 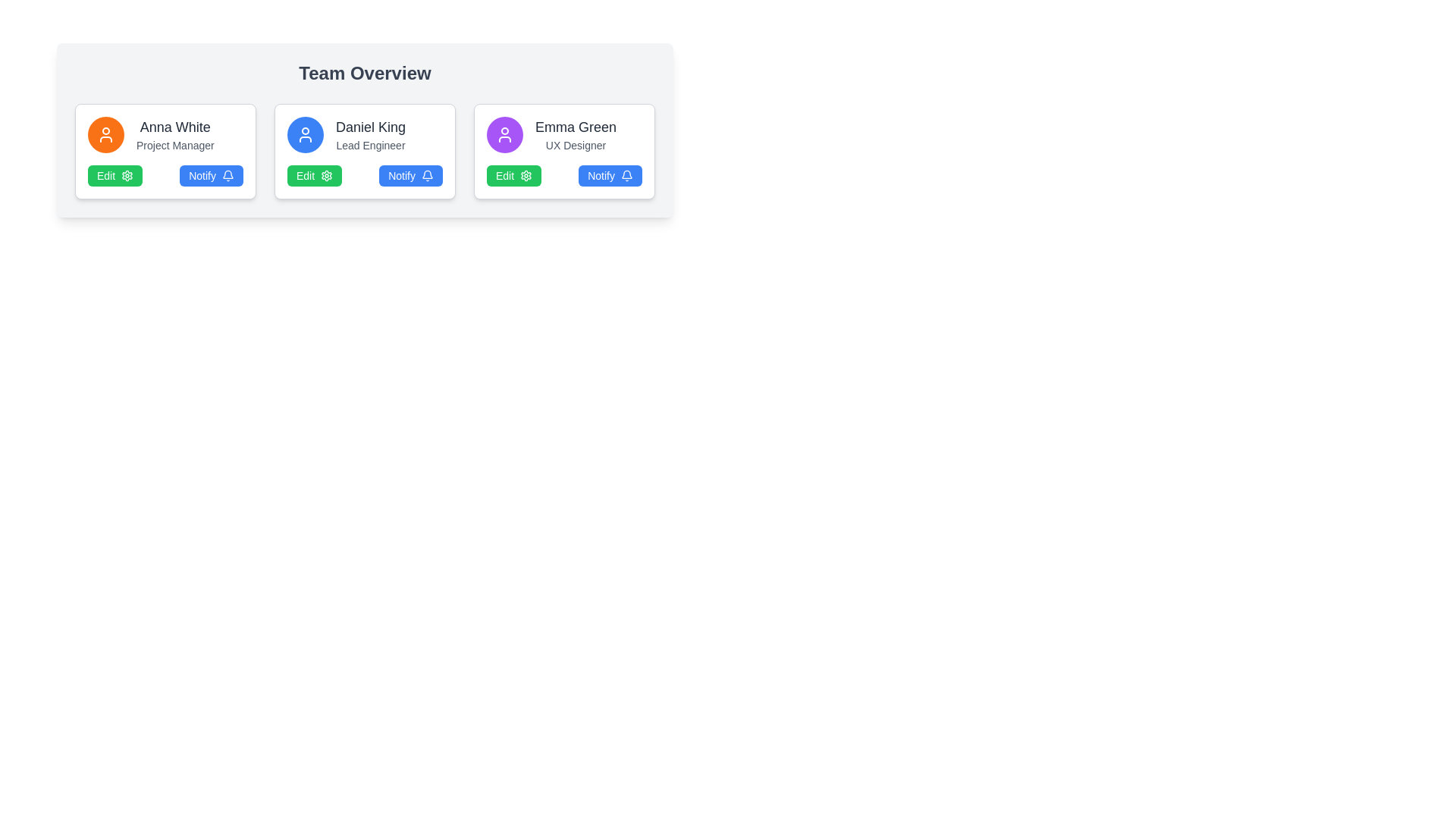 What do you see at coordinates (227, 174) in the screenshot?
I see `the blue notification bell icon located next to the 'Notify' label in the second user card under the 'Team Overview' section` at bounding box center [227, 174].